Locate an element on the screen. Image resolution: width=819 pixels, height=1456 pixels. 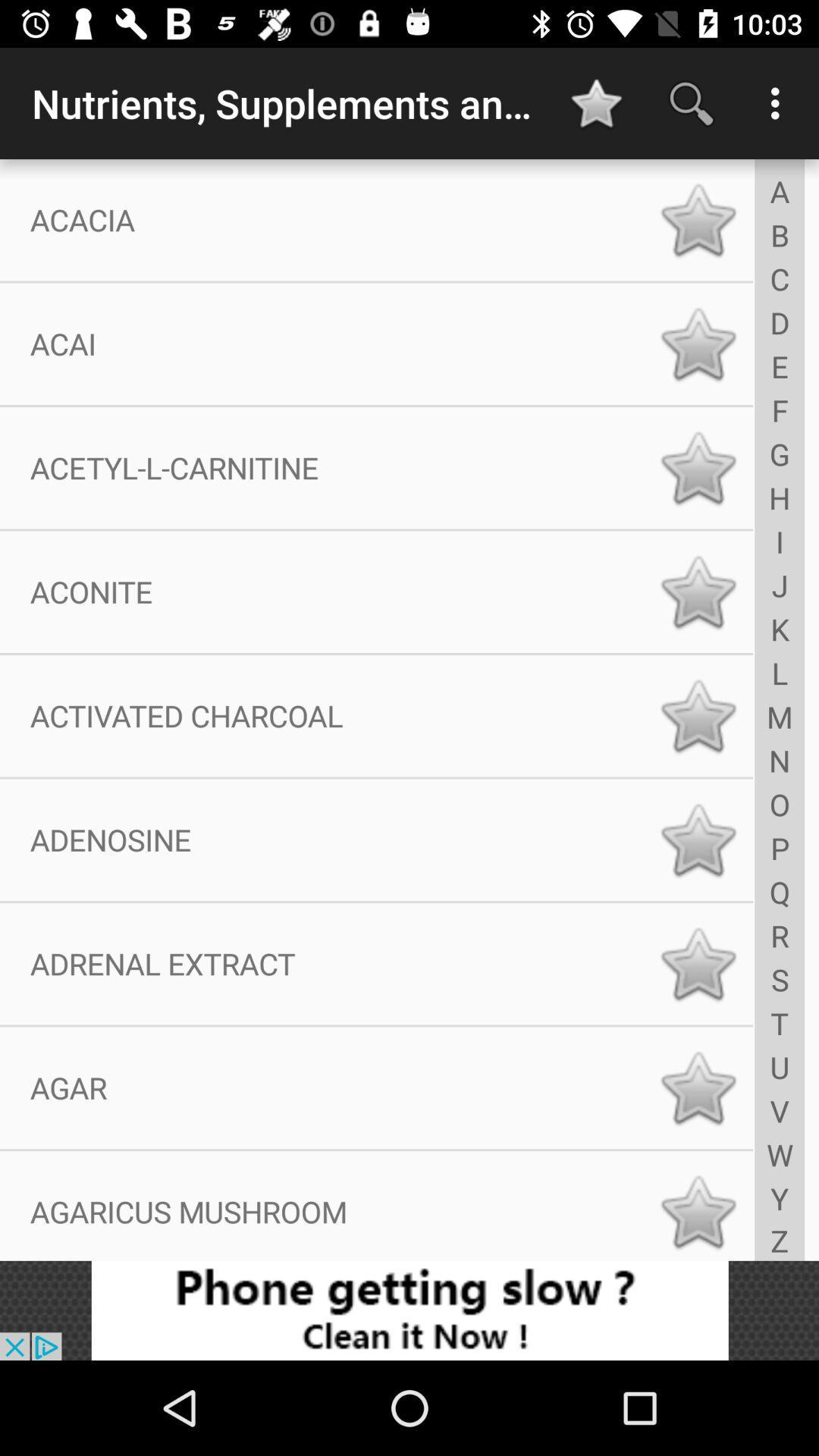
favorite is located at coordinates (698, 839).